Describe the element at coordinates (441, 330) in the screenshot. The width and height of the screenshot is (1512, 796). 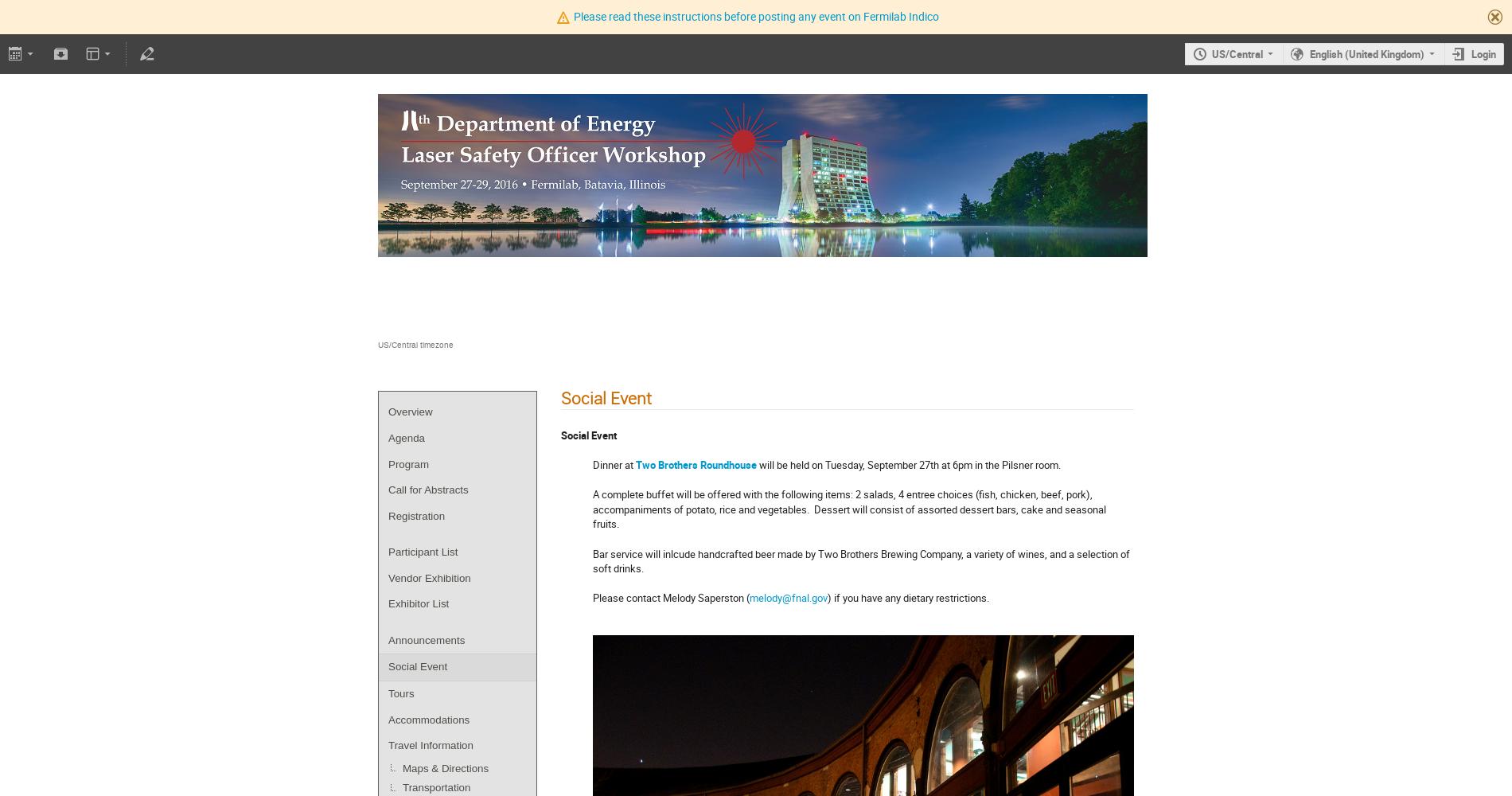
I see `'Fermilab - Wilson Hall'` at that location.